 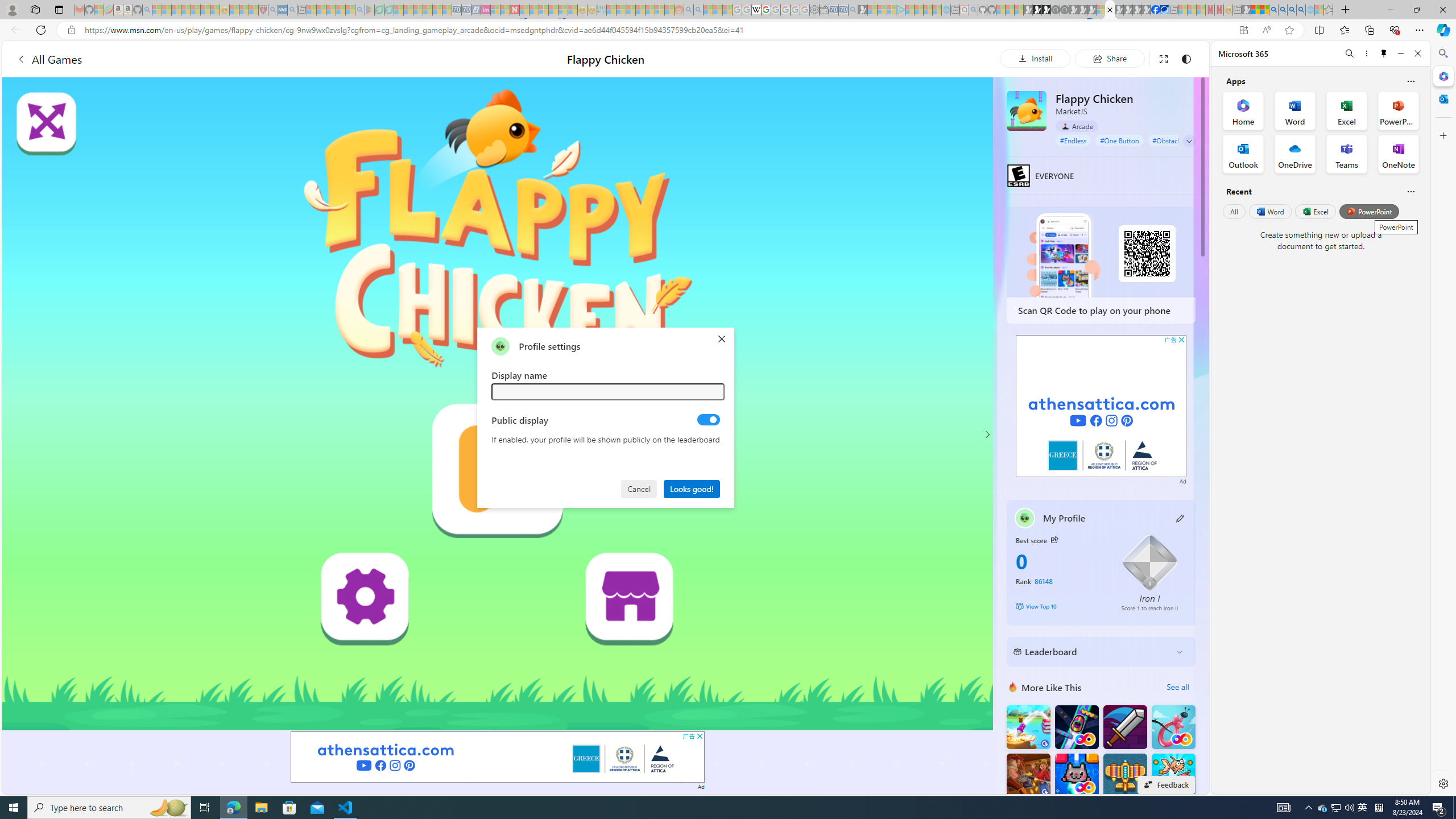 I want to click on 'Play Zoo Boom in your browser | Games from Microsoft Start', so click(x=1037, y=9).